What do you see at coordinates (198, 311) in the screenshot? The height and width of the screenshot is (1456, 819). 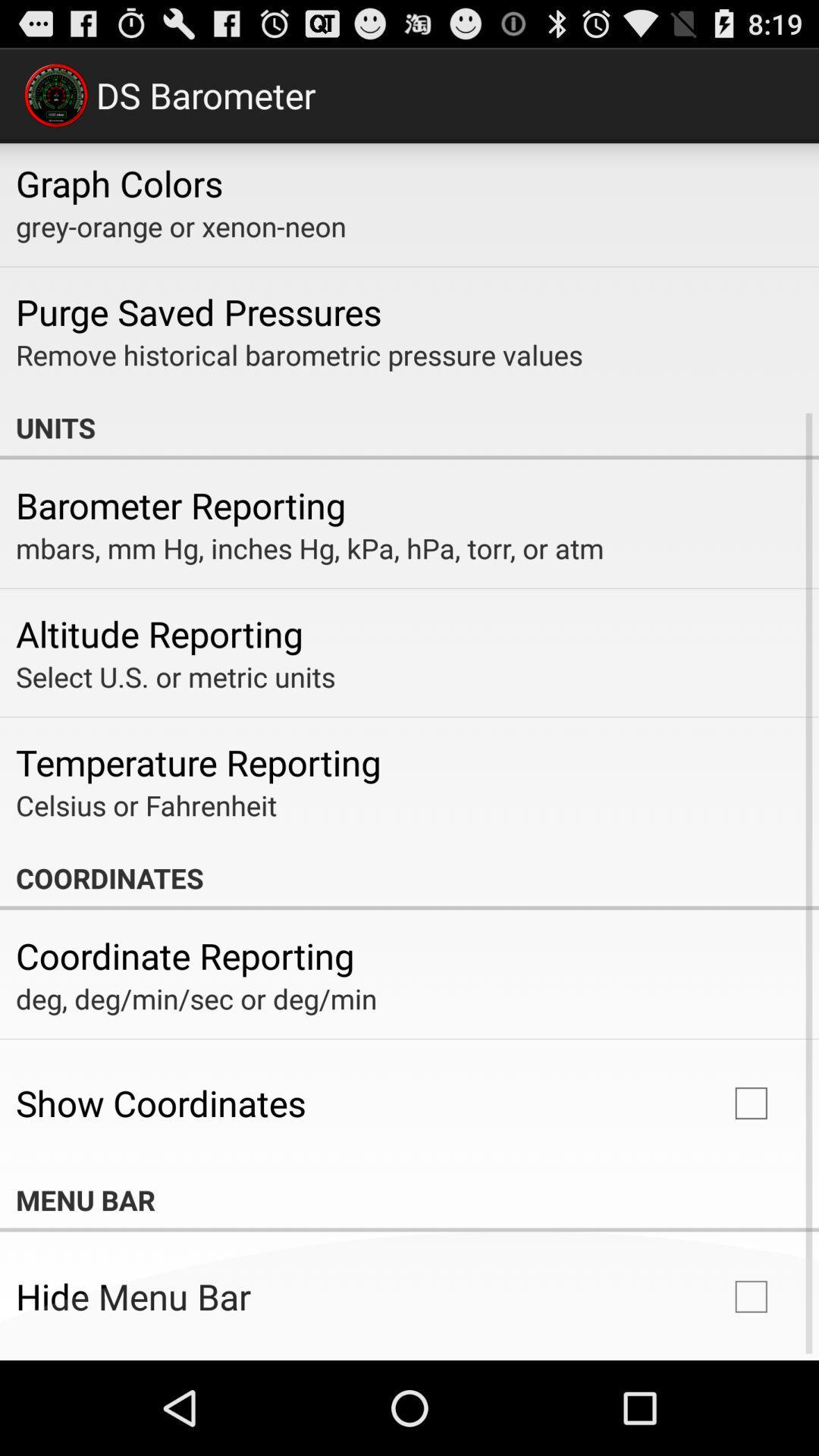 I see `purge saved pressures icon` at bounding box center [198, 311].